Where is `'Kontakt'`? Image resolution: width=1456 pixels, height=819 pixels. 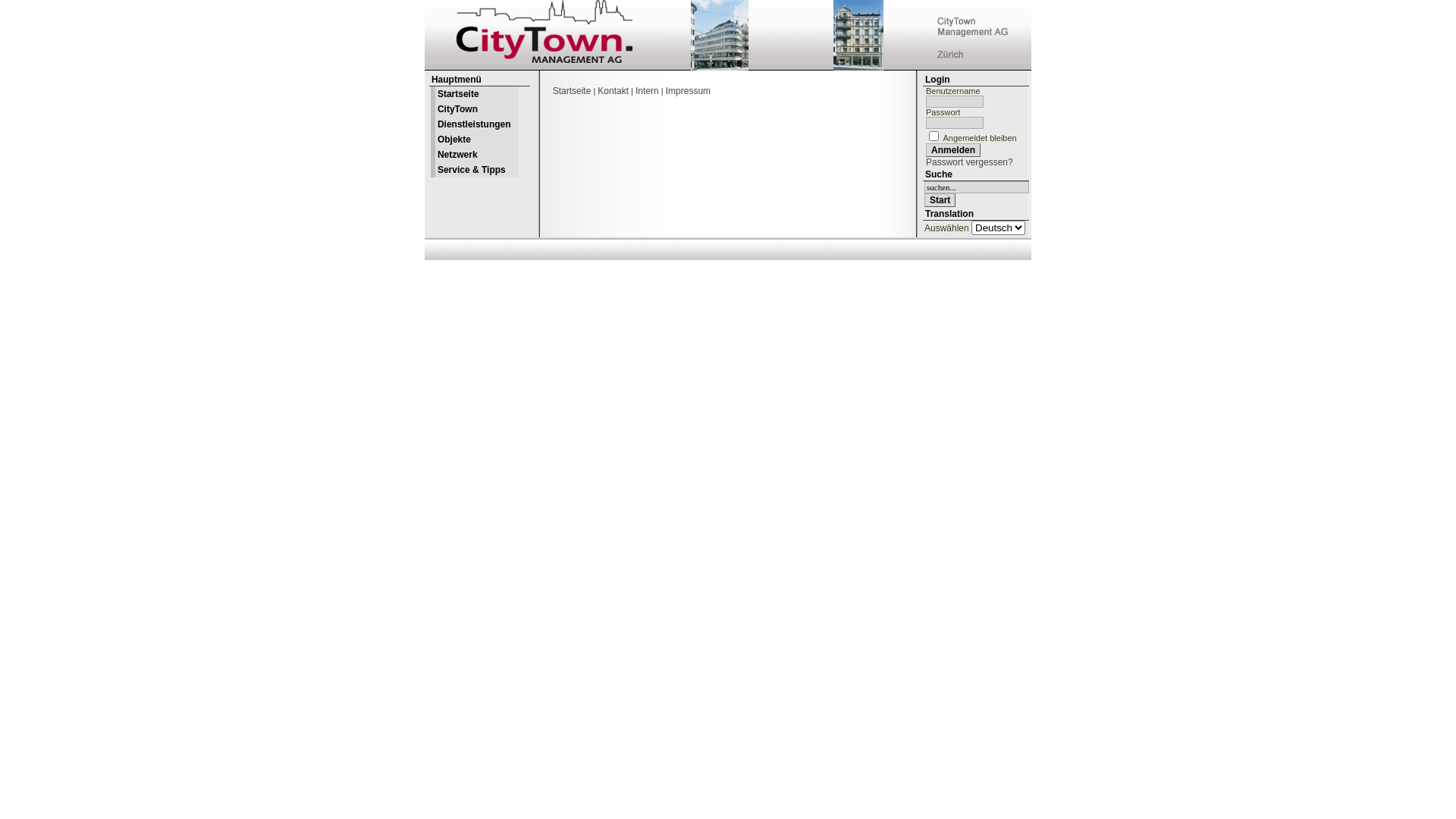 'Kontakt' is located at coordinates (613, 90).